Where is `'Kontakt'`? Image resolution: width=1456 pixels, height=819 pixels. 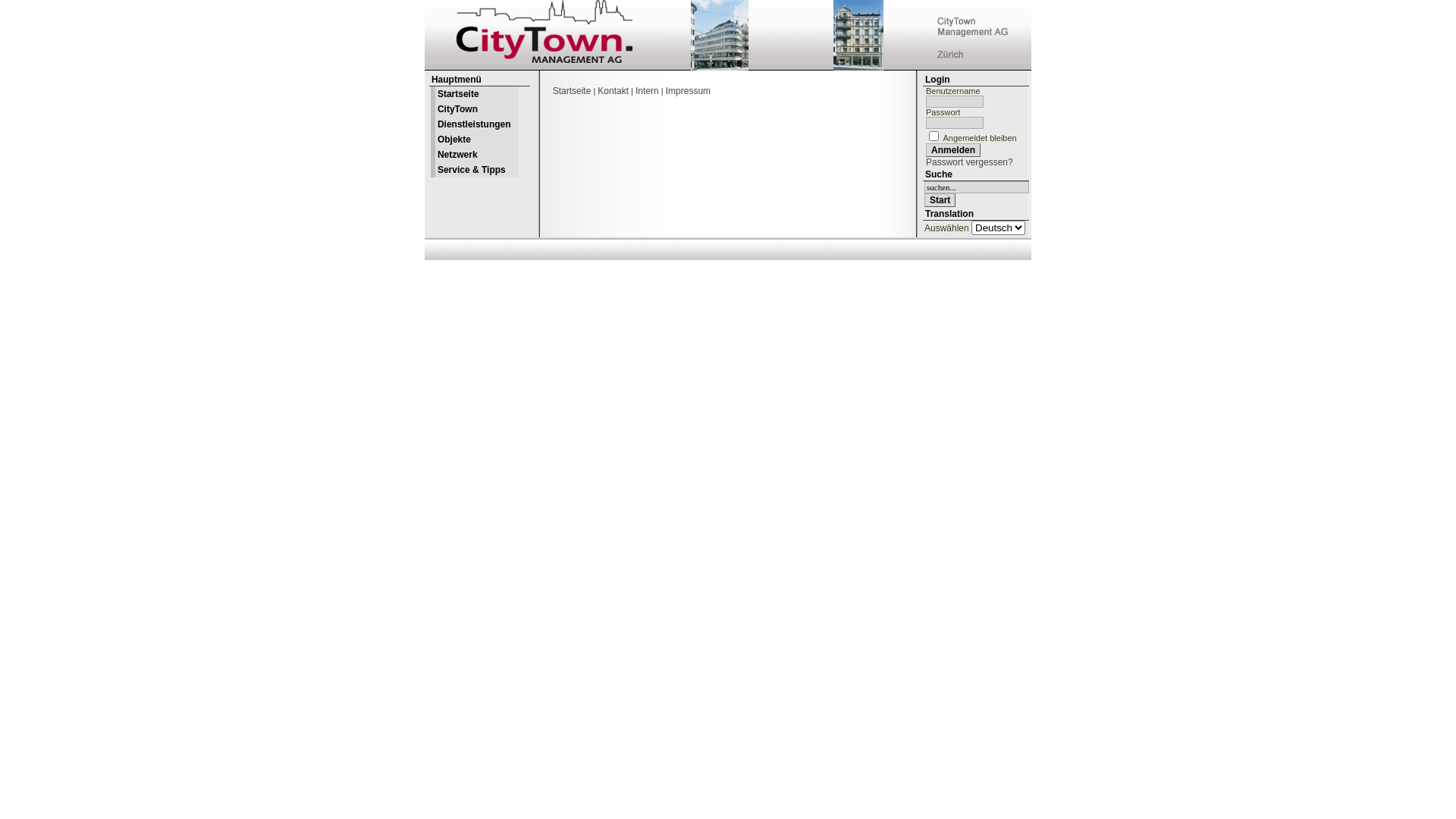 'Kontakt' is located at coordinates (613, 90).